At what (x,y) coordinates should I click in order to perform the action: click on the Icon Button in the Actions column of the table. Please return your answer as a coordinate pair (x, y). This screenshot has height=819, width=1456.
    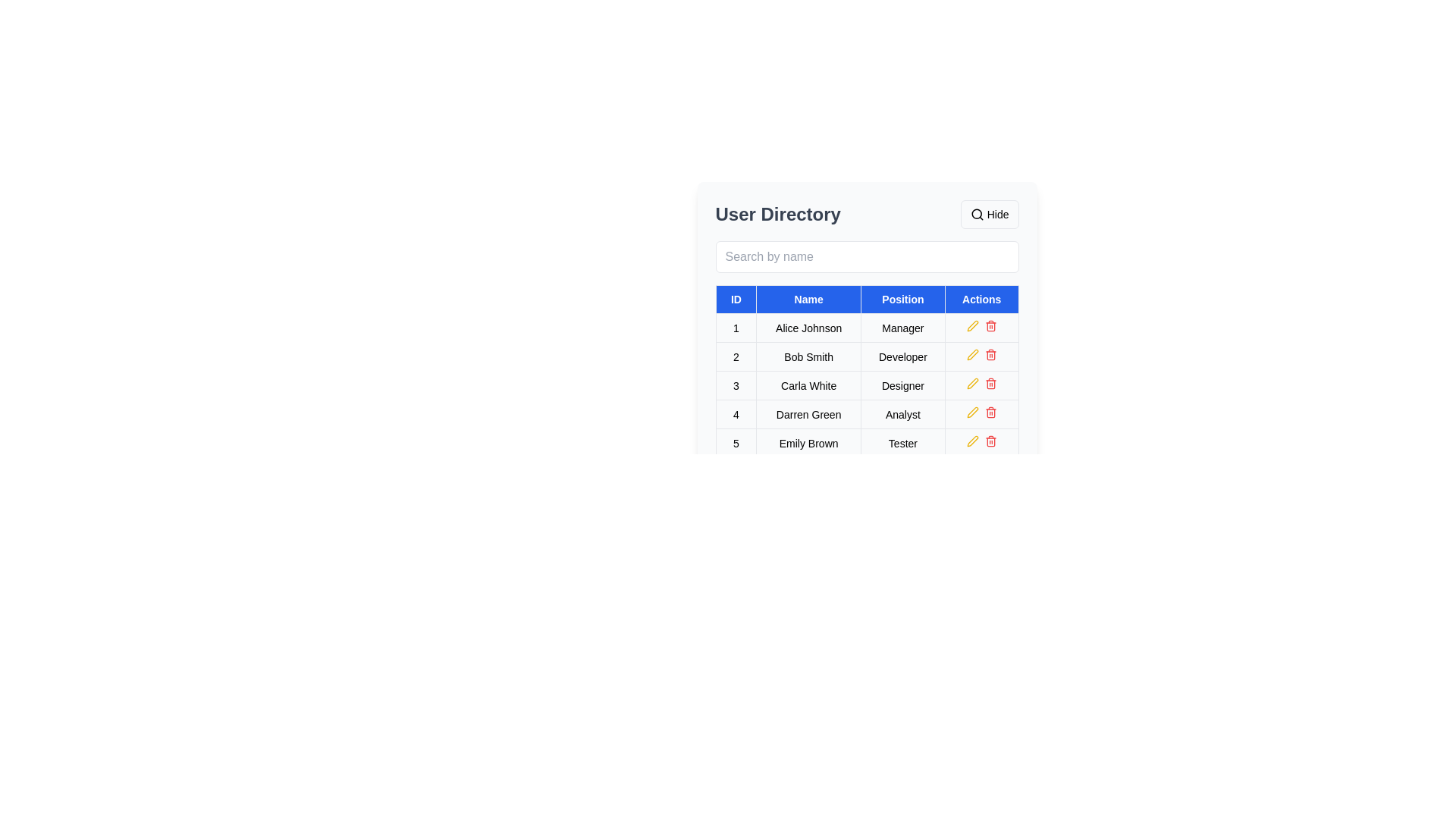
    Looking at the image, I should click on (990, 326).